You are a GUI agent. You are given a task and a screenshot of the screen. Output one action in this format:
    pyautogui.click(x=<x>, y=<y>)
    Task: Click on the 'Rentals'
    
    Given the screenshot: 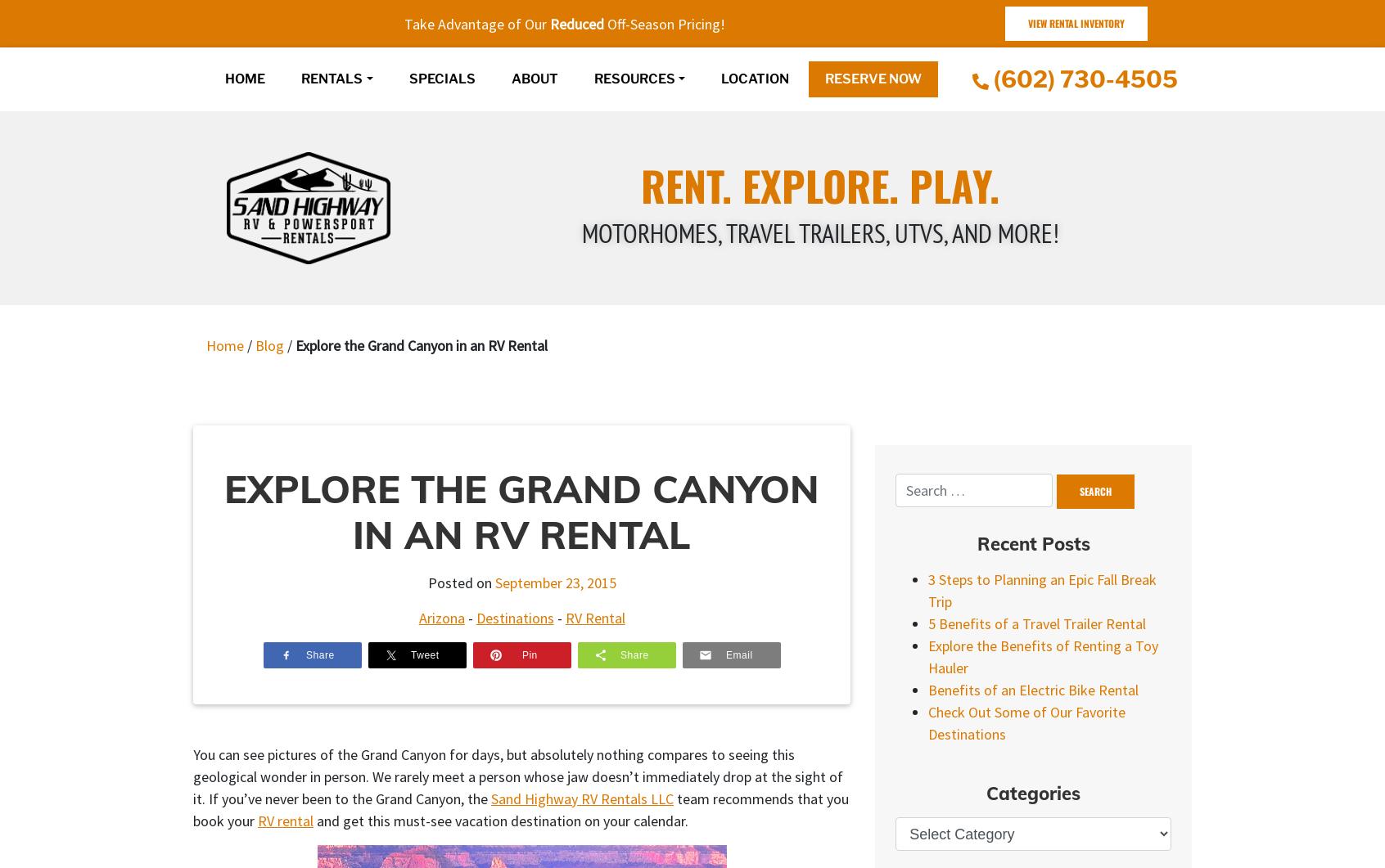 What is the action you would take?
    pyautogui.click(x=332, y=79)
    